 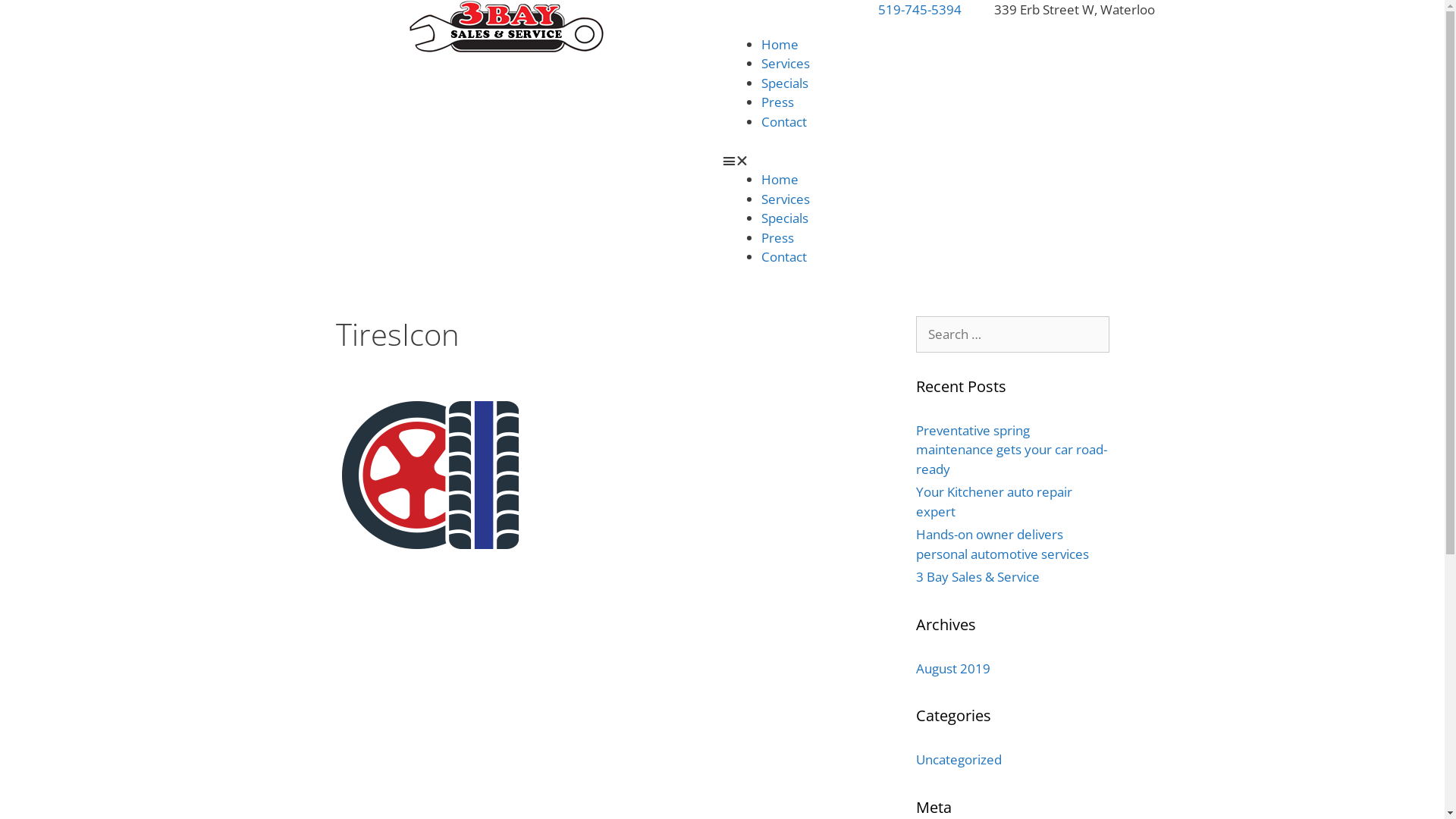 What do you see at coordinates (1002, 543) in the screenshot?
I see `'Hands-on owner delivers personal automotive services'` at bounding box center [1002, 543].